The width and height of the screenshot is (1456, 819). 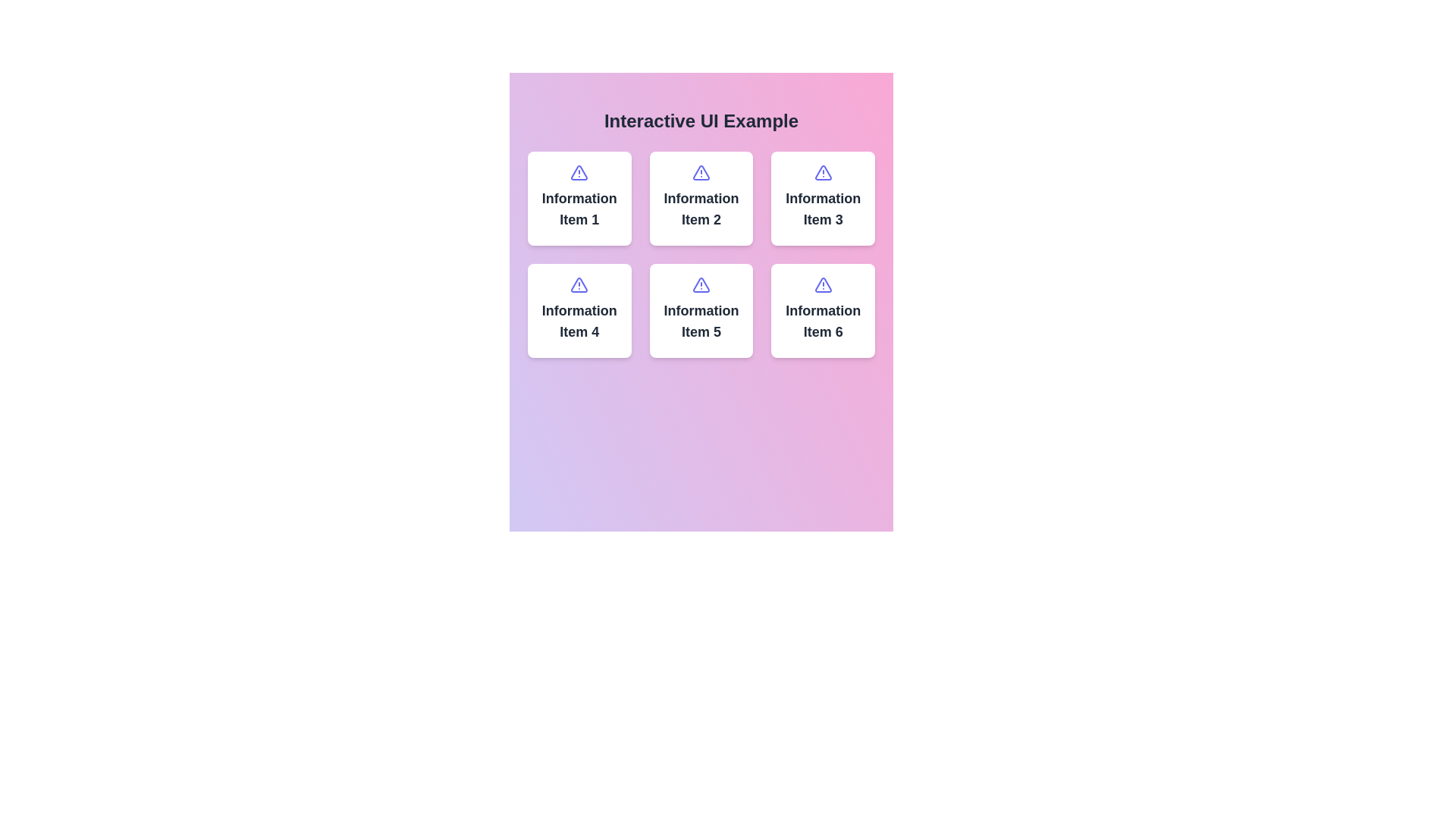 What do you see at coordinates (822, 209) in the screenshot?
I see `the text label 'Information Item 3' which is styled in bold and centered formatting, located on a white background card below a purple triangular alert icon` at bounding box center [822, 209].